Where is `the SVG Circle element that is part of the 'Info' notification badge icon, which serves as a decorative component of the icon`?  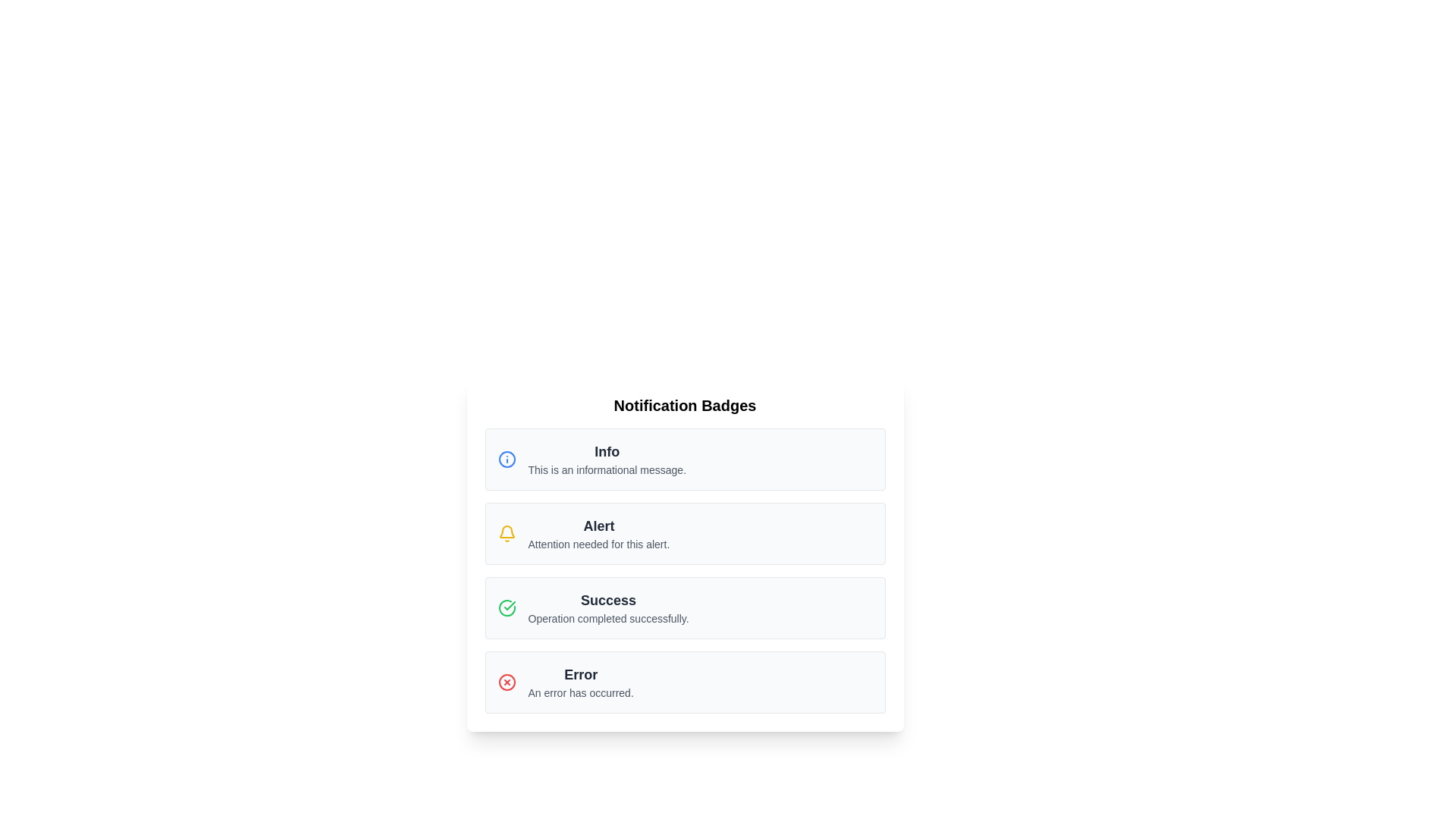 the SVG Circle element that is part of the 'Info' notification badge icon, which serves as a decorative component of the icon is located at coordinates (507, 458).